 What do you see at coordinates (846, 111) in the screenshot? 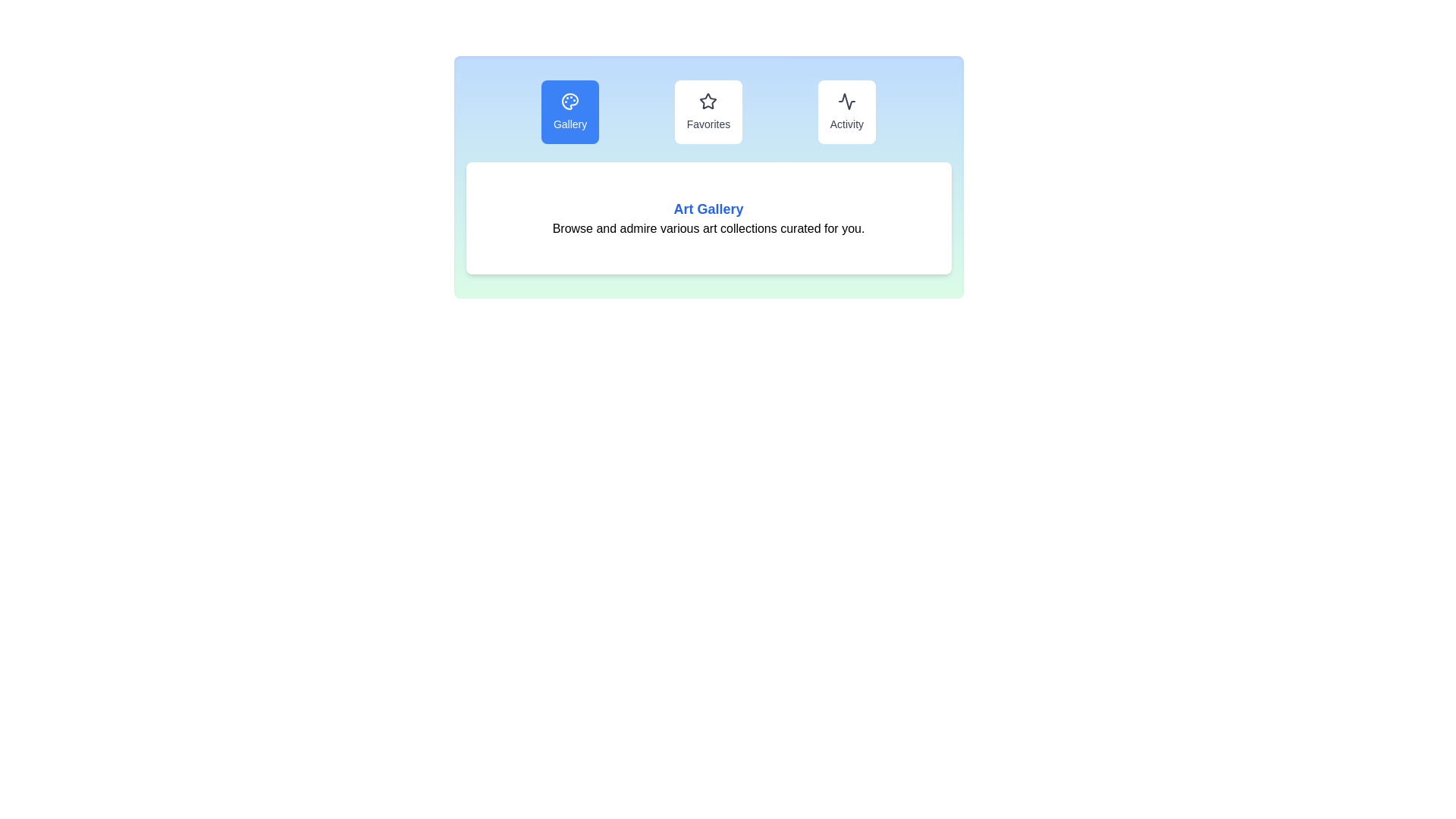
I see `the tab labeled Activity to display its content` at bounding box center [846, 111].